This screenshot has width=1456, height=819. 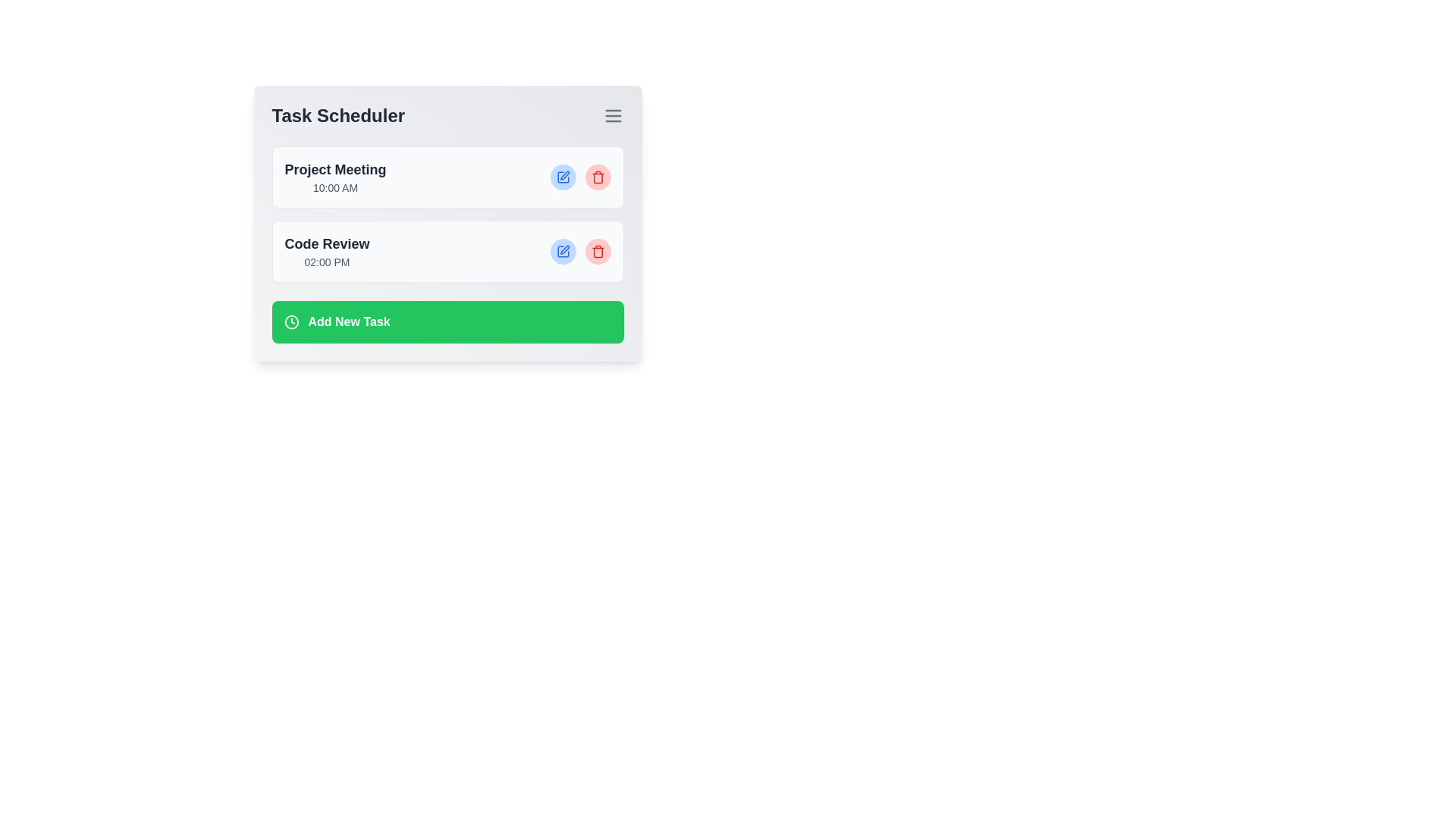 What do you see at coordinates (562, 250) in the screenshot?
I see `the edit icon button located to the right of the 'Code Review' task in the 'Task Scheduler' interface` at bounding box center [562, 250].